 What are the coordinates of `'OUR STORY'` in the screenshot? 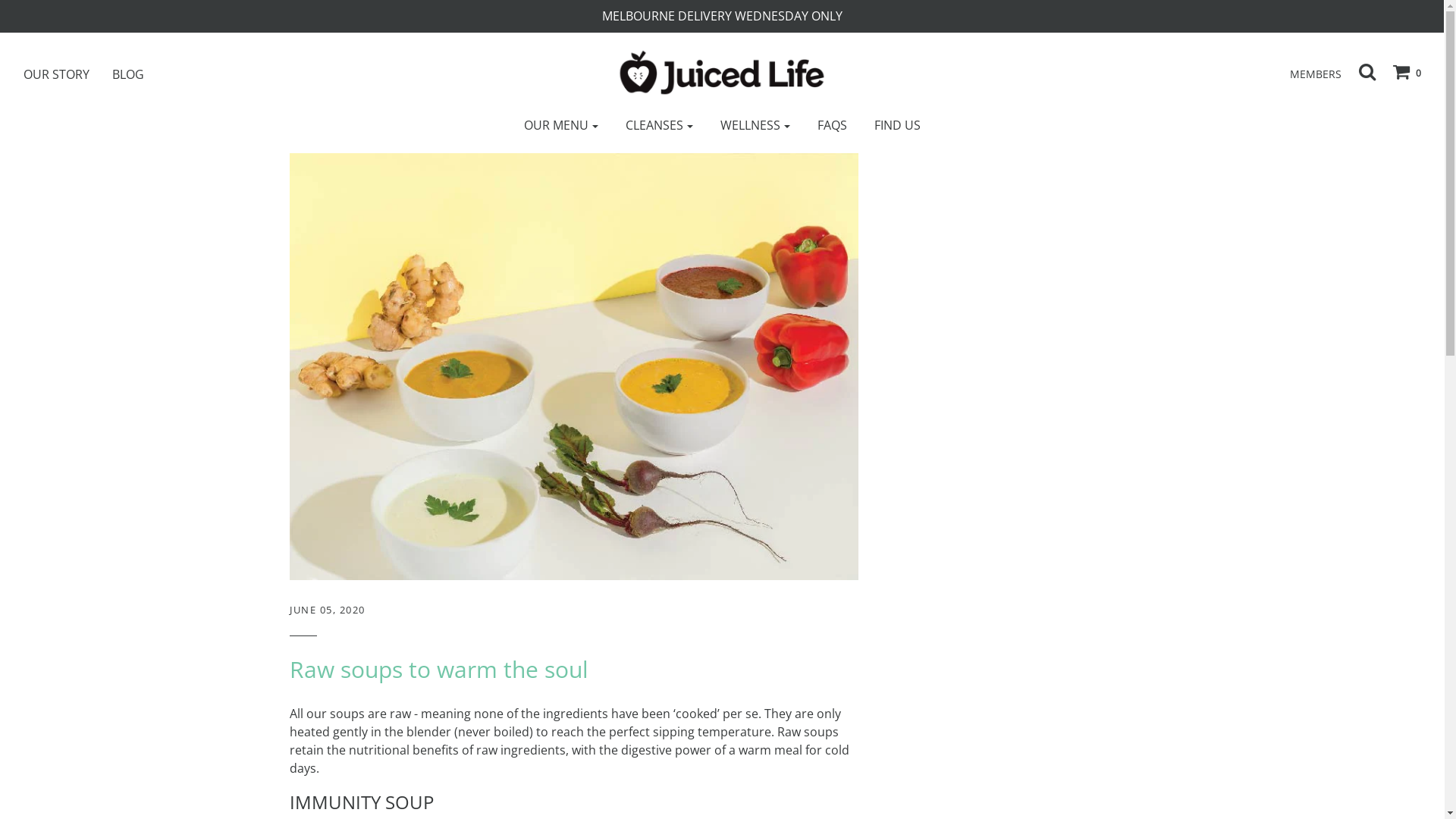 It's located at (67, 74).